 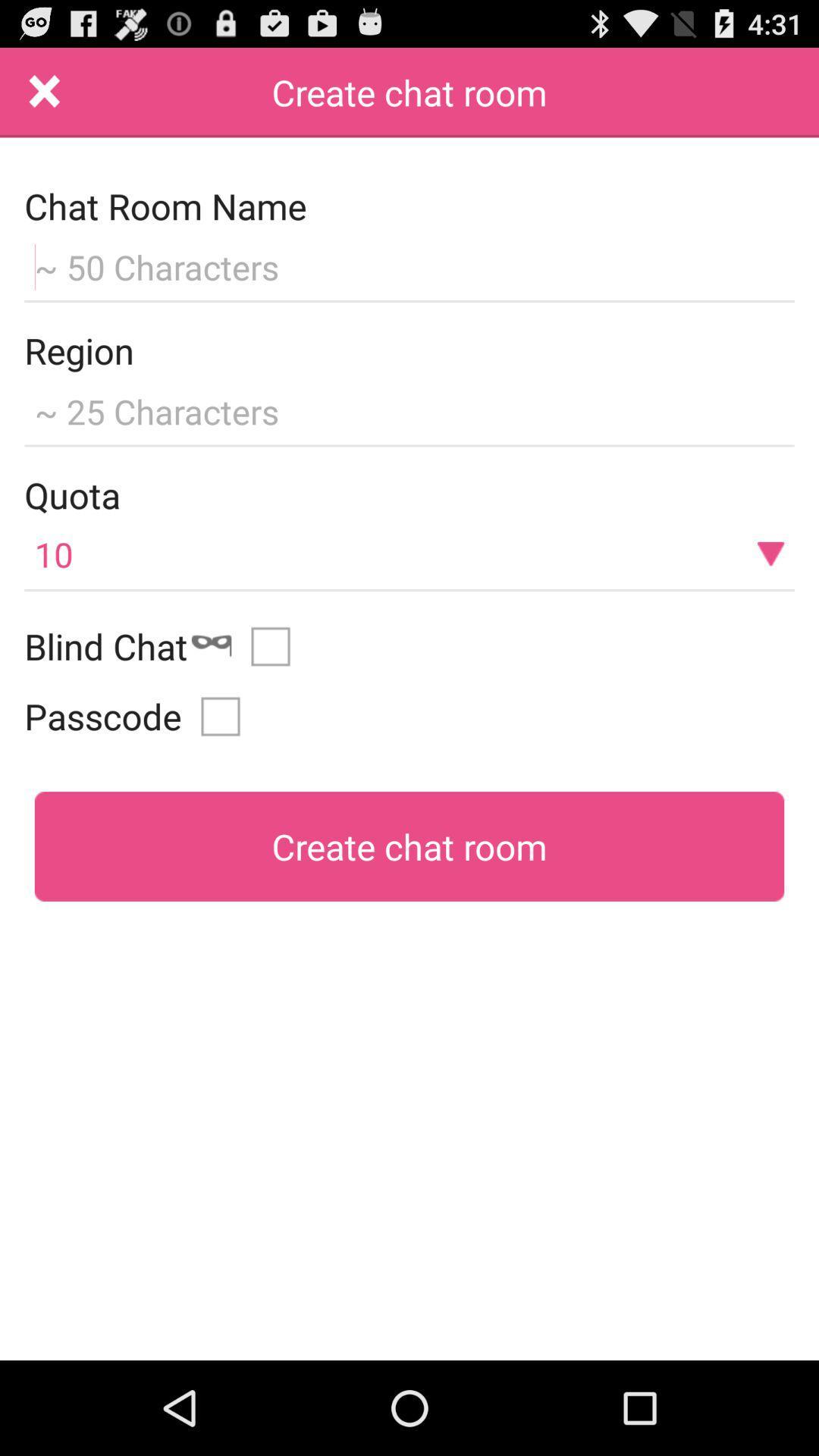 What do you see at coordinates (409, 409) in the screenshot?
I see `~25characters` at bounding box center [409, 409].